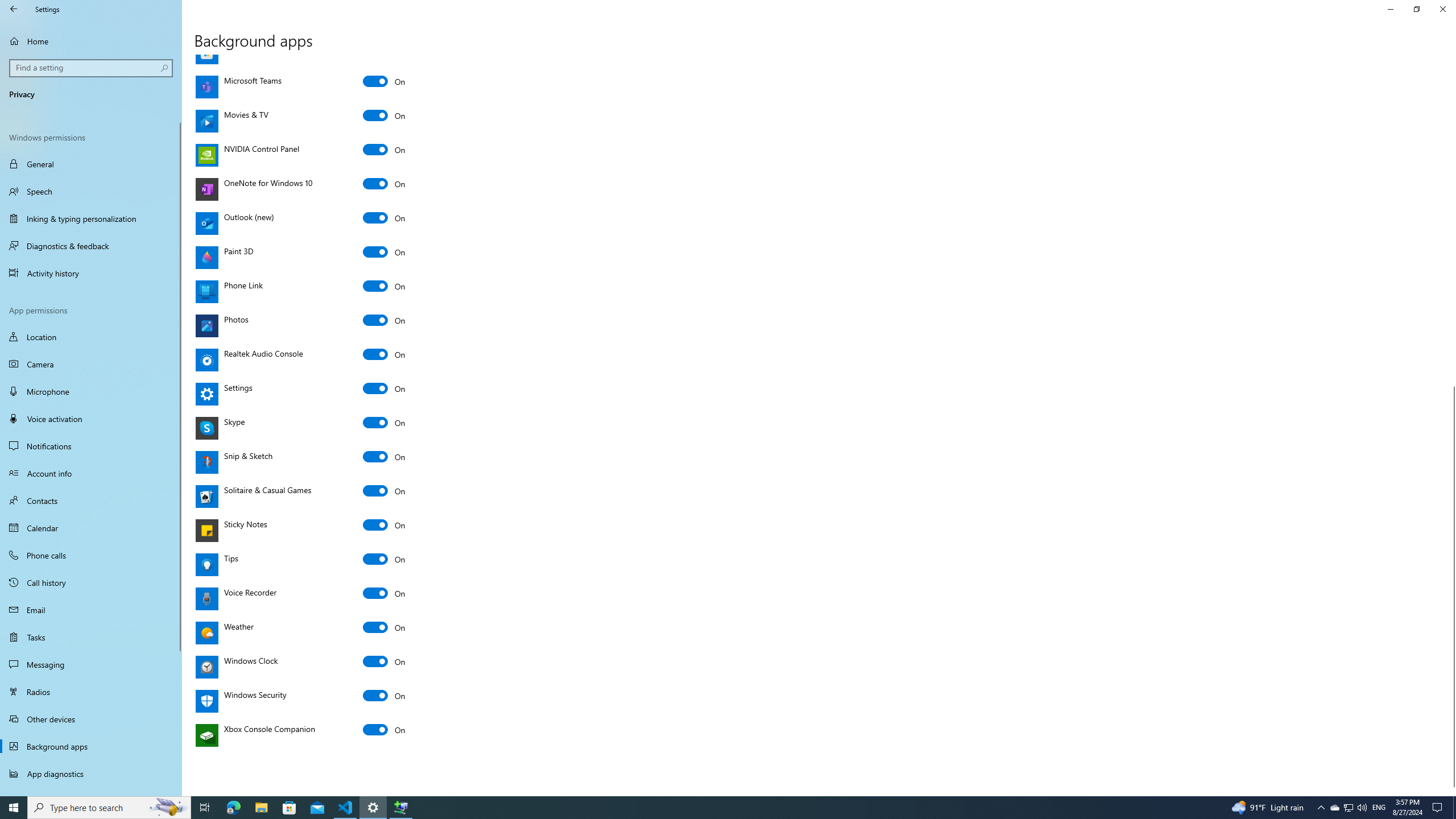 This screenshot has height=819, width=1456. Describe the element at coordinates (14, 806) in the screenshot. I see `'Start'` at that location.